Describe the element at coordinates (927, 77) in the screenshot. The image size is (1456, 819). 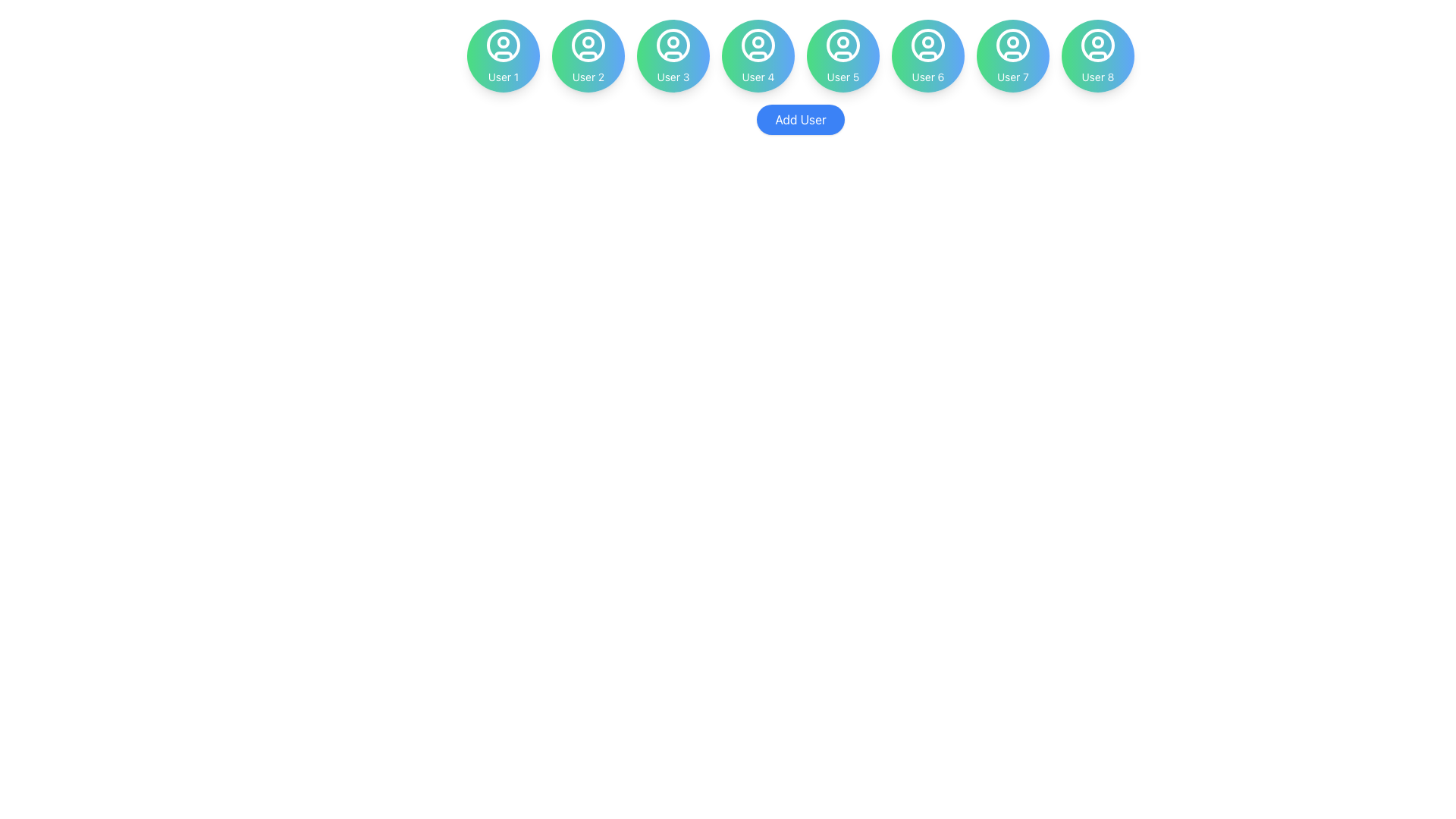
I see `text 'User 6' located beneath the sixth circular button with a gradient background in the row of user buttons` at that location.